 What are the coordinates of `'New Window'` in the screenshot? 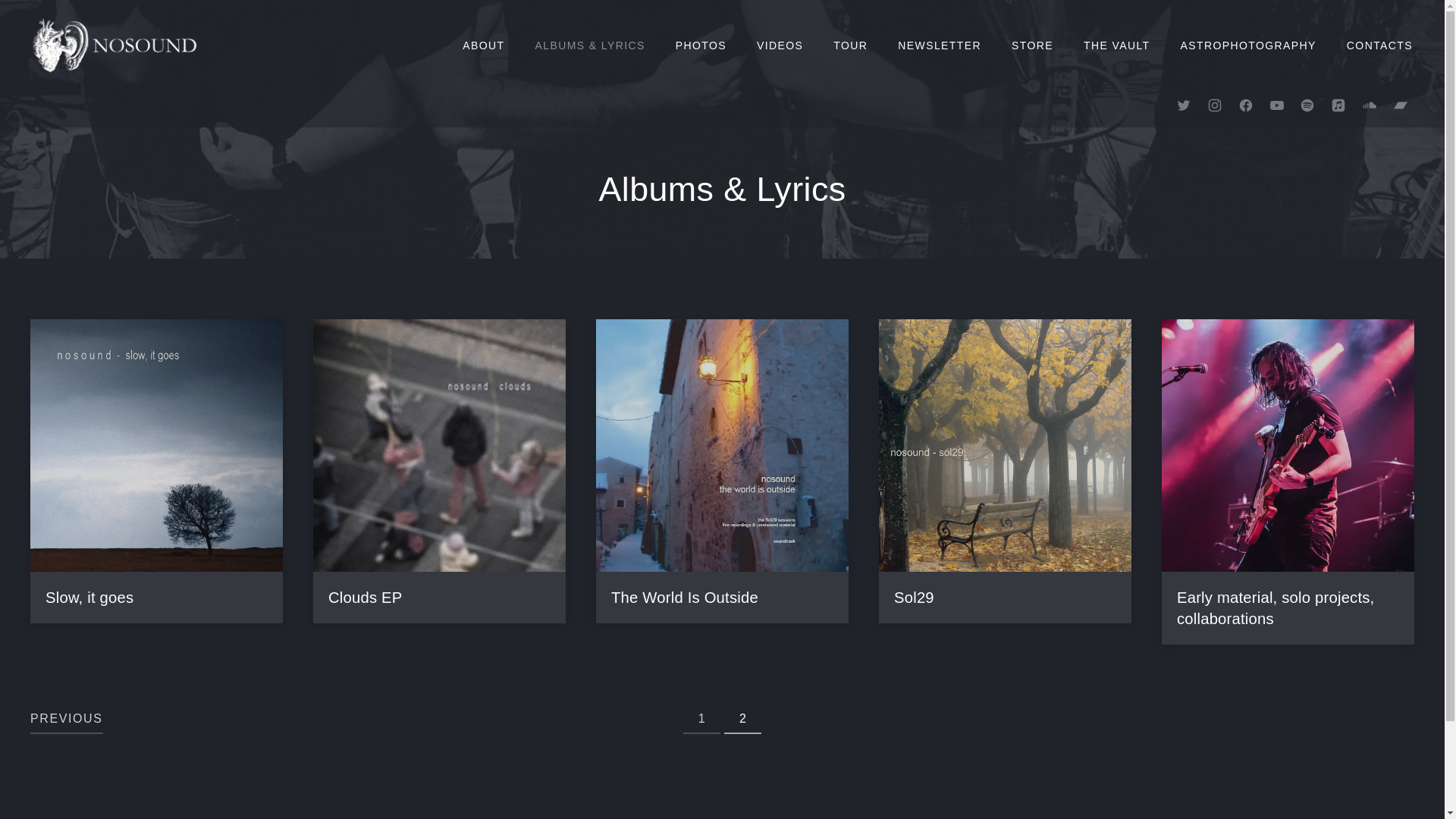 It's located at (1306, 104).